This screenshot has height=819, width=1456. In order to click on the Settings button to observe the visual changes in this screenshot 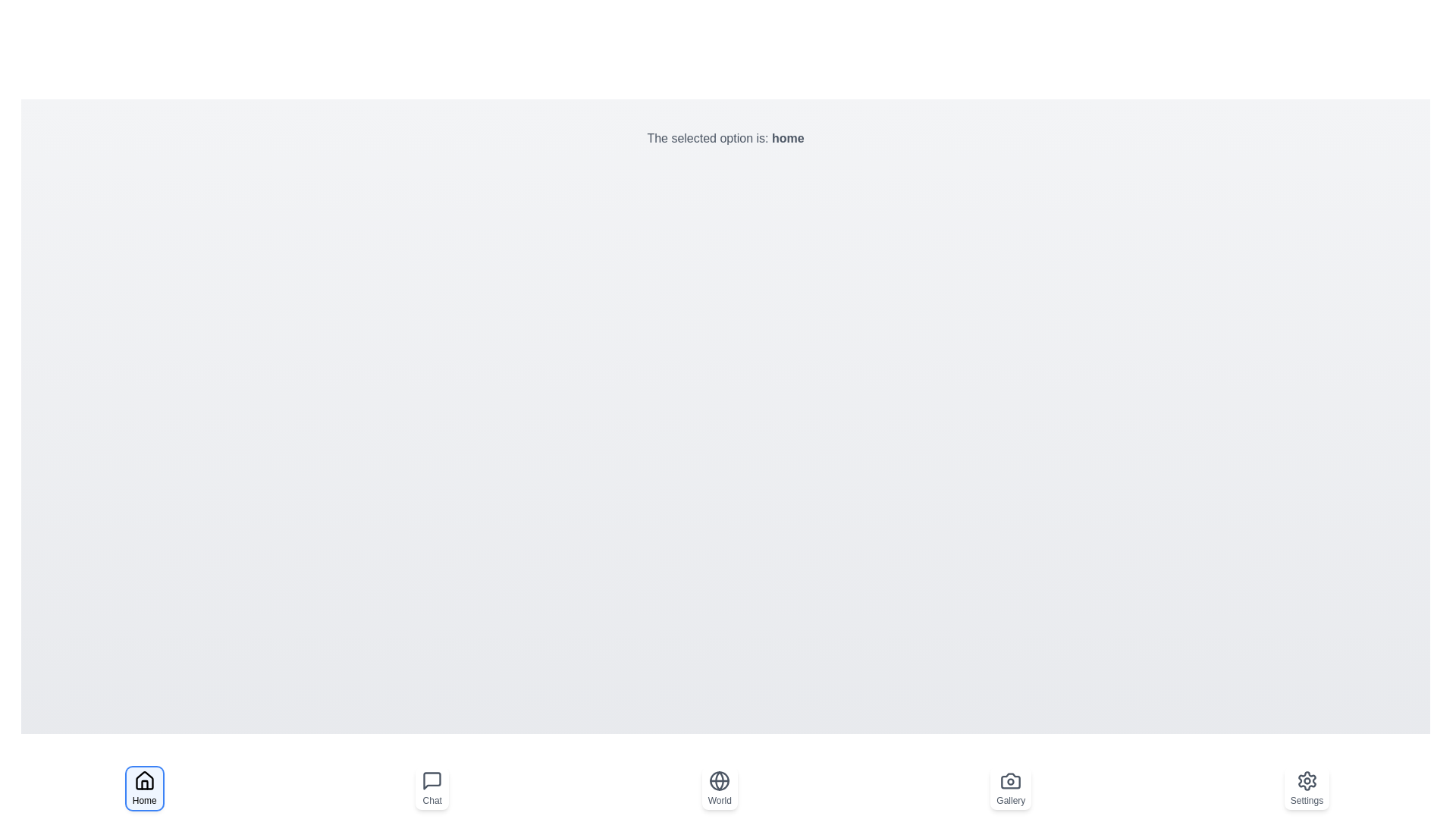, I will do `click(1306, 788)`.